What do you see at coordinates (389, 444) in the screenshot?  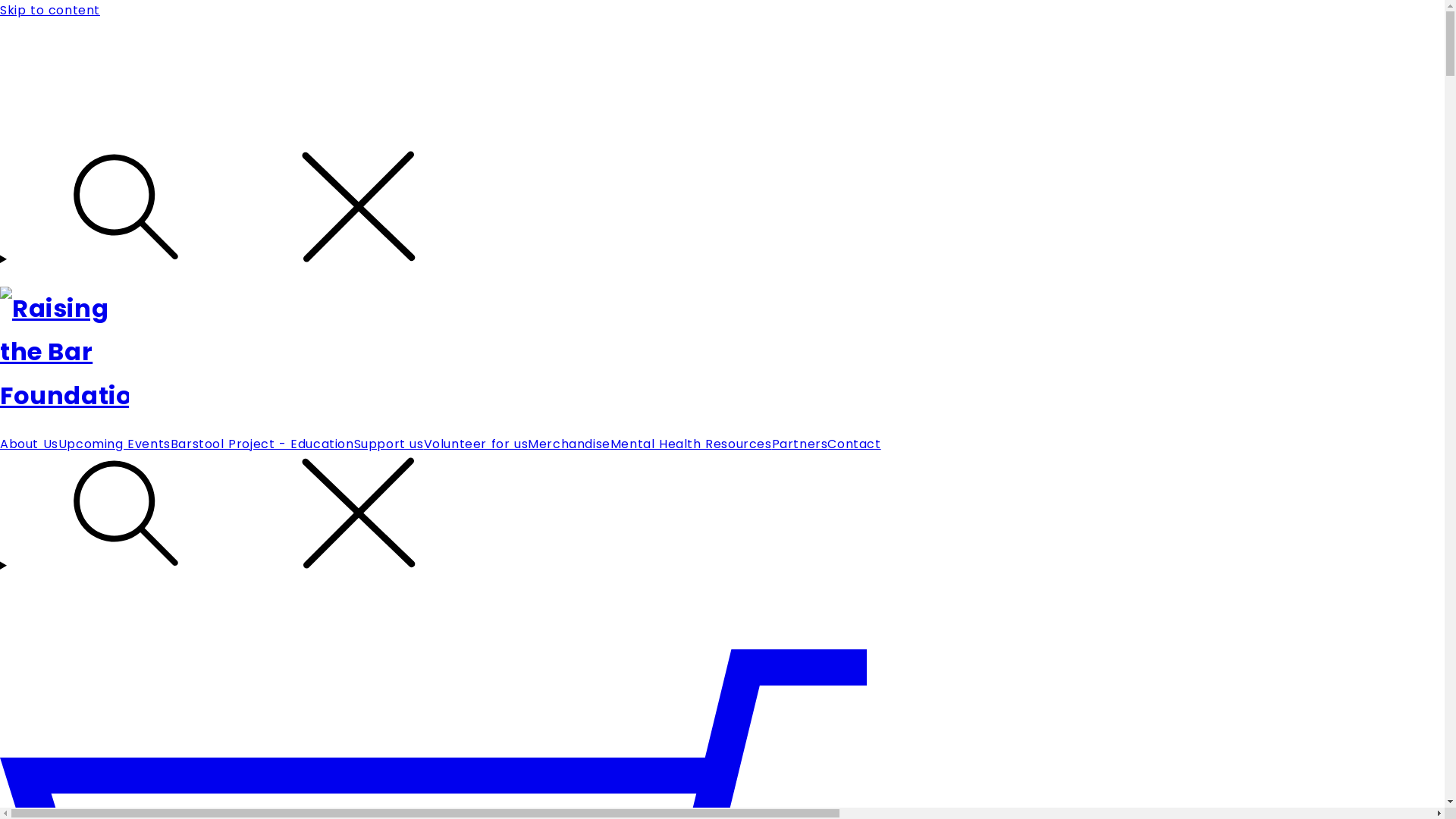 I see `'Support us'` at bounding box center [389, 444].